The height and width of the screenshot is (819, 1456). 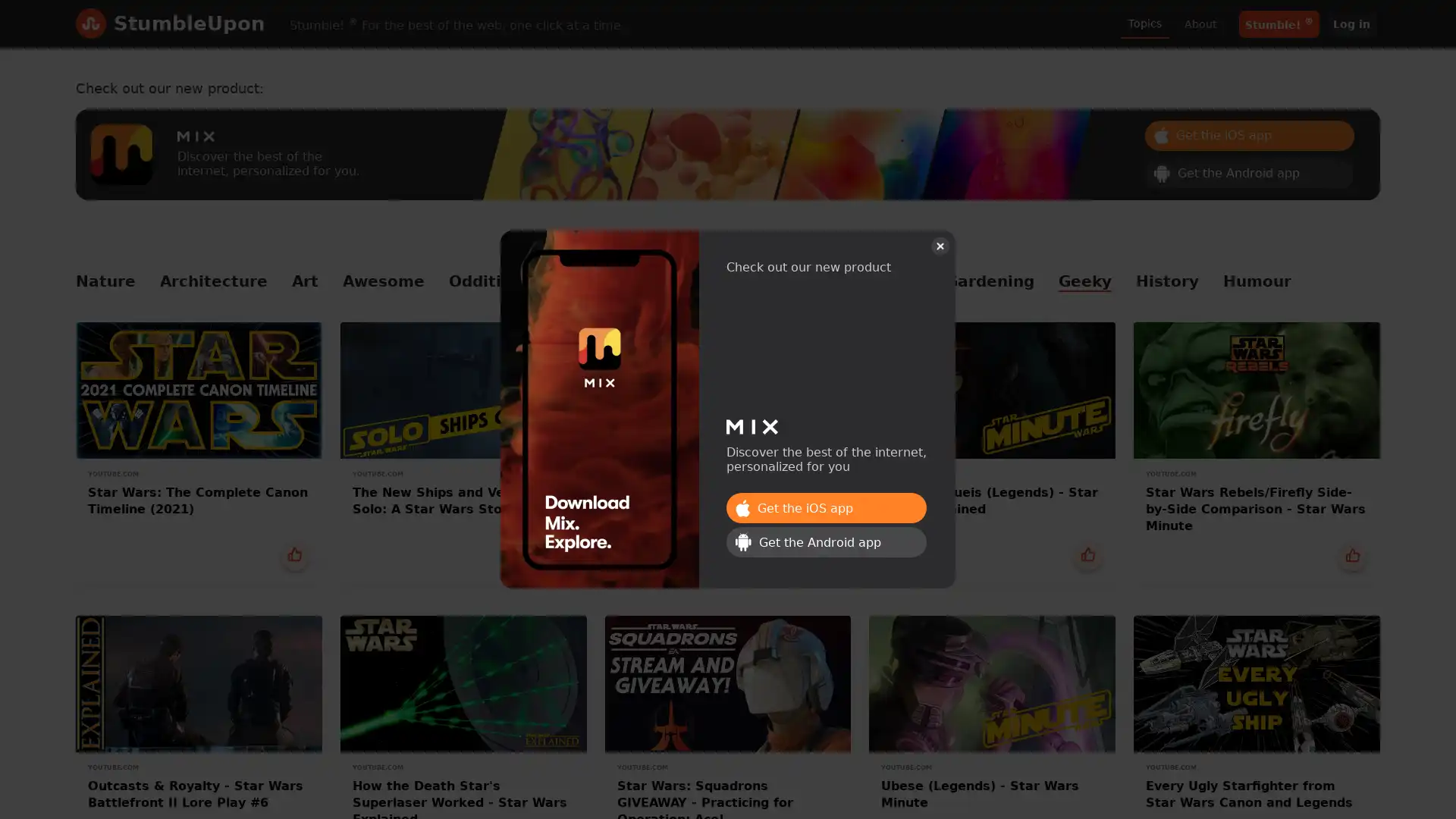 What do you see at coordinates (825, 541) in the screenshot?
I see `Header Image 1 Get the Android app` at bounding box center [825, 541].